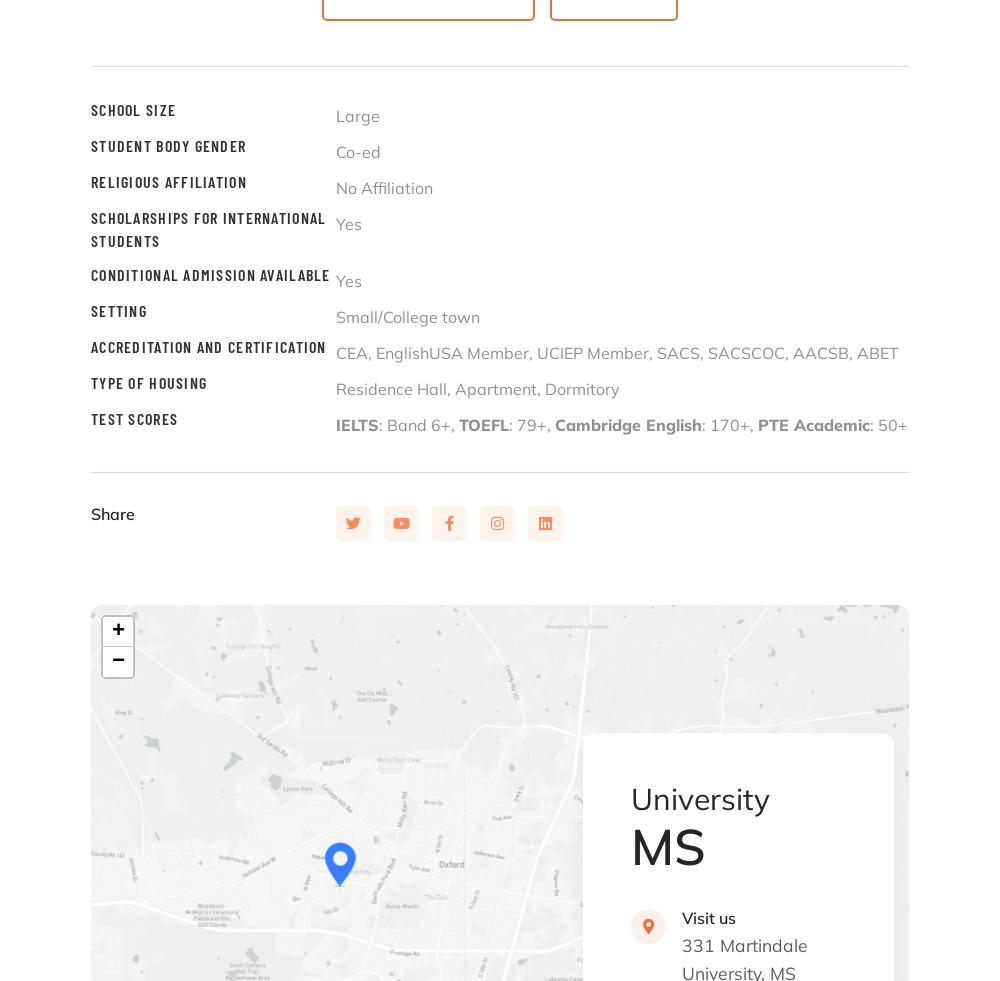 This screenshot has height=981, width=1000. What do you see at coordinates (112, 514) in the screenshot?
I see `'Share'` at bounding box center [112, 514].